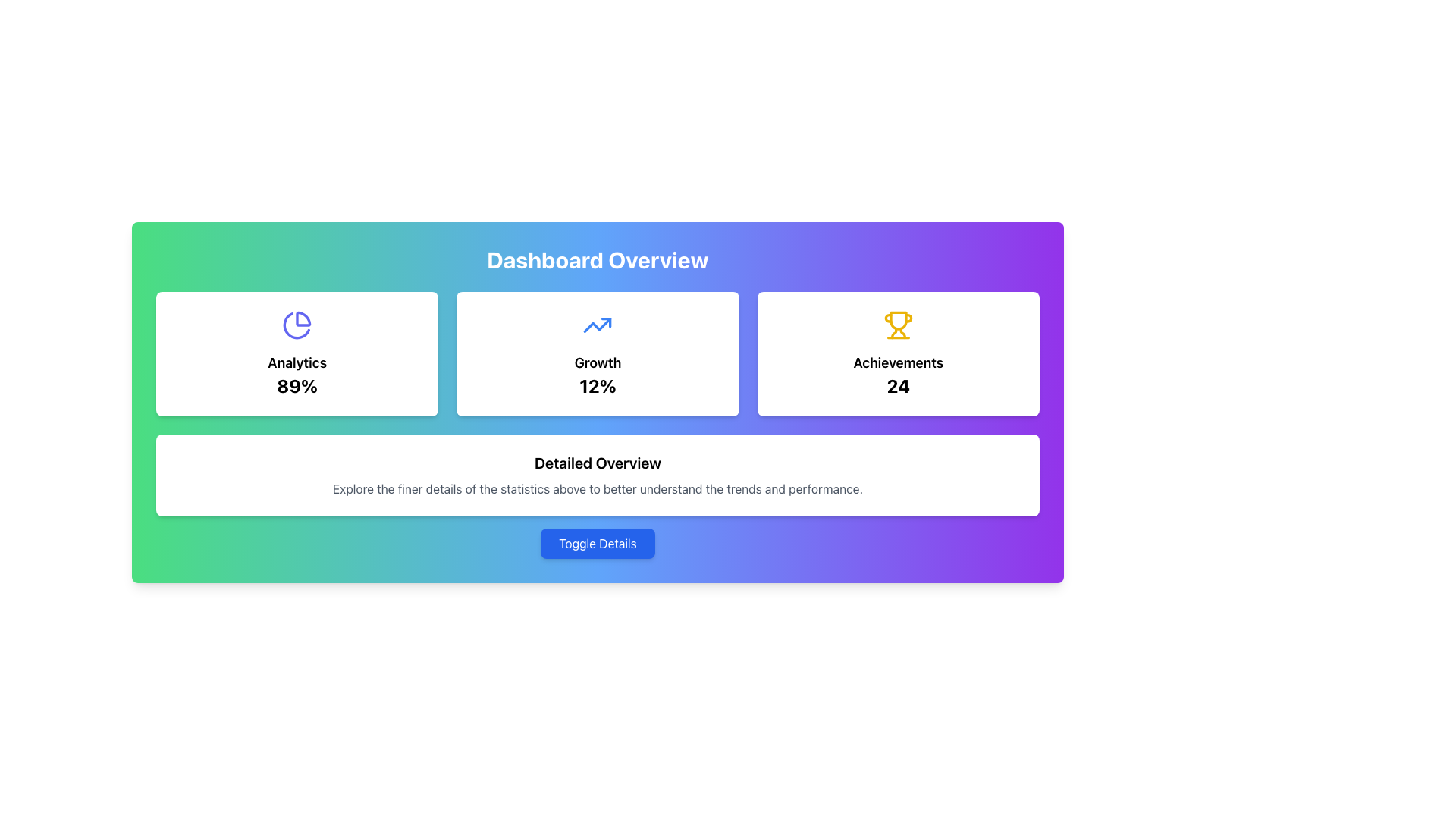 The image size is (1456, 819). Describe the element at coordinates (597, 324) in the screenshot. I see `the blue line graph icon representing an upward trend located under 'Growth 12%' in the middle card` at that location.